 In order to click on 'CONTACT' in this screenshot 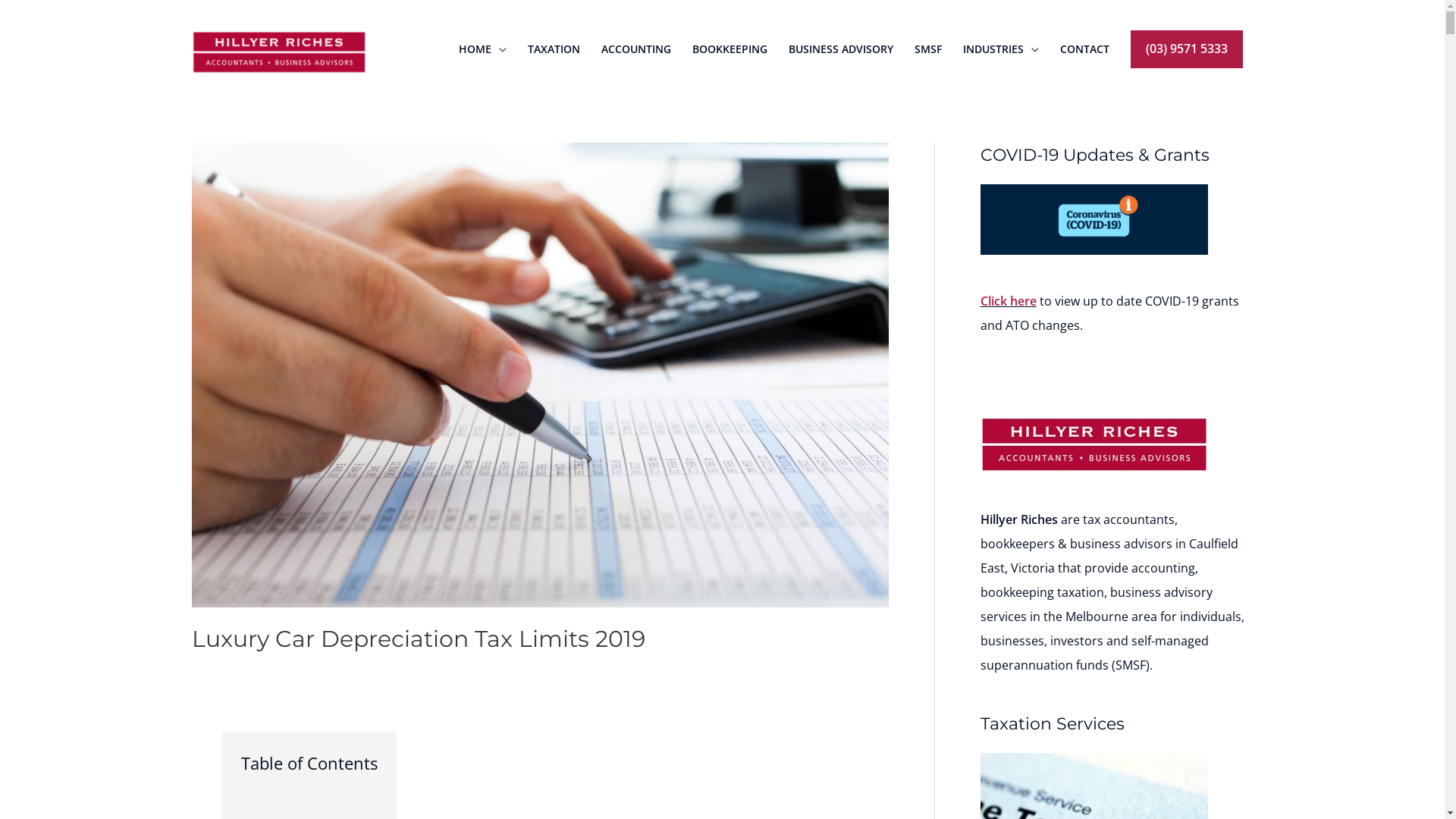, I will do `click(1084, 49)`.